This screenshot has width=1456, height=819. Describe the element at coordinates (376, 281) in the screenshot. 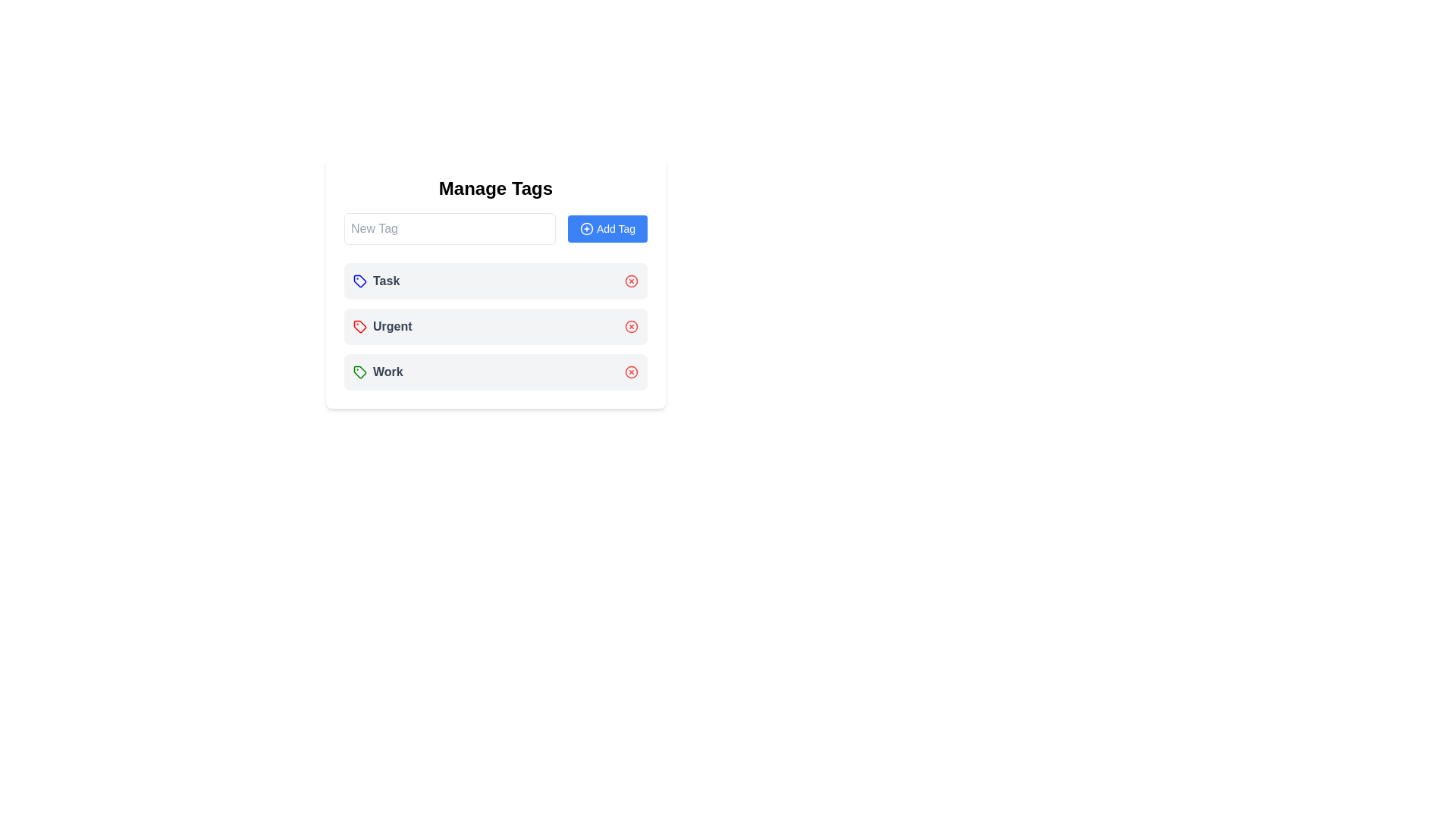

I see `the 'Task' label with icon, which is the first item in a vertically stacked list within a rounded, light-gray panel, to access associated actions` at that location.